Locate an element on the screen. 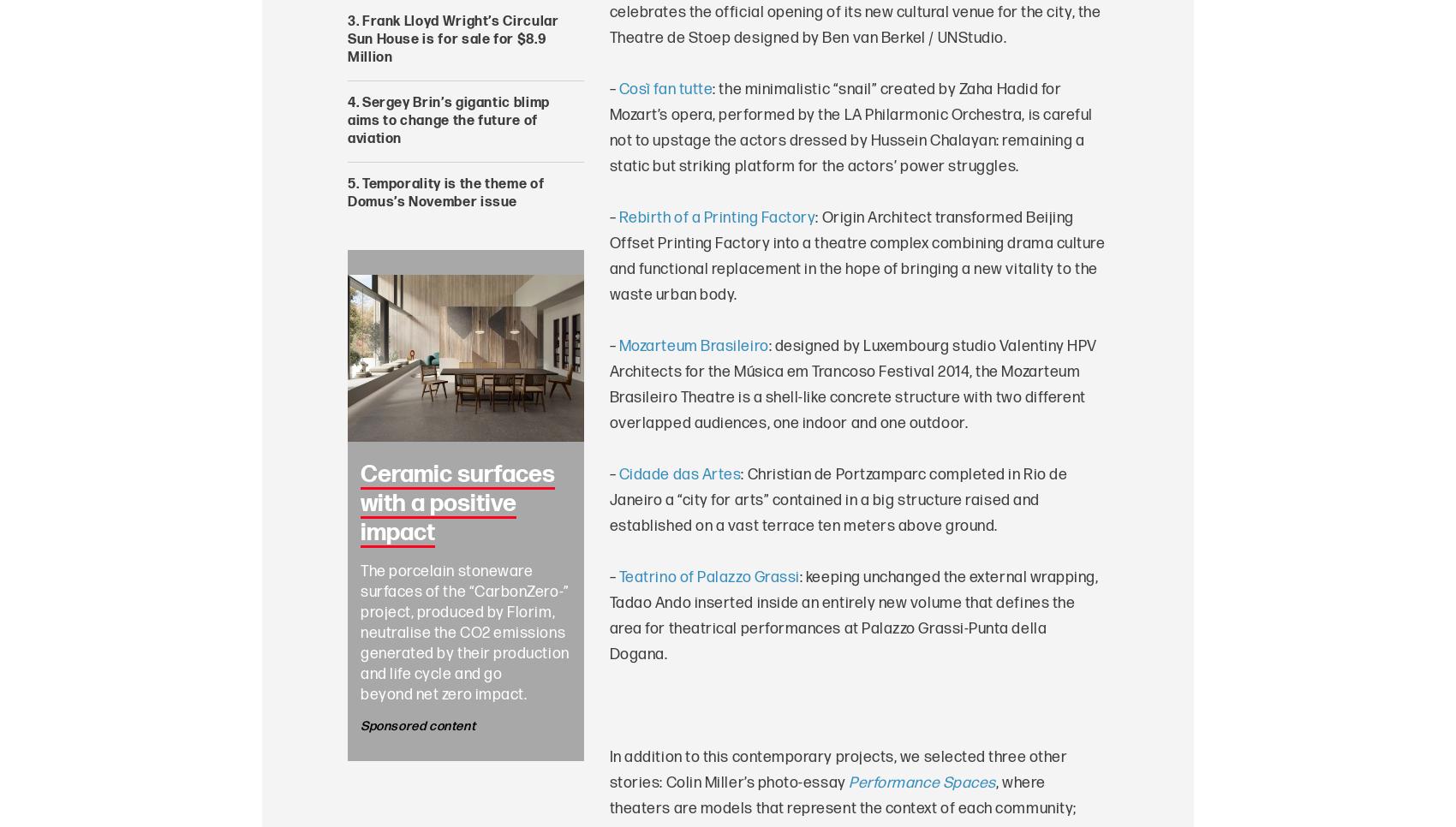 This screenshot has width=1456, height=827. 'Teatrino of Palazzo Grassi' is located at coordinates (707, 577).